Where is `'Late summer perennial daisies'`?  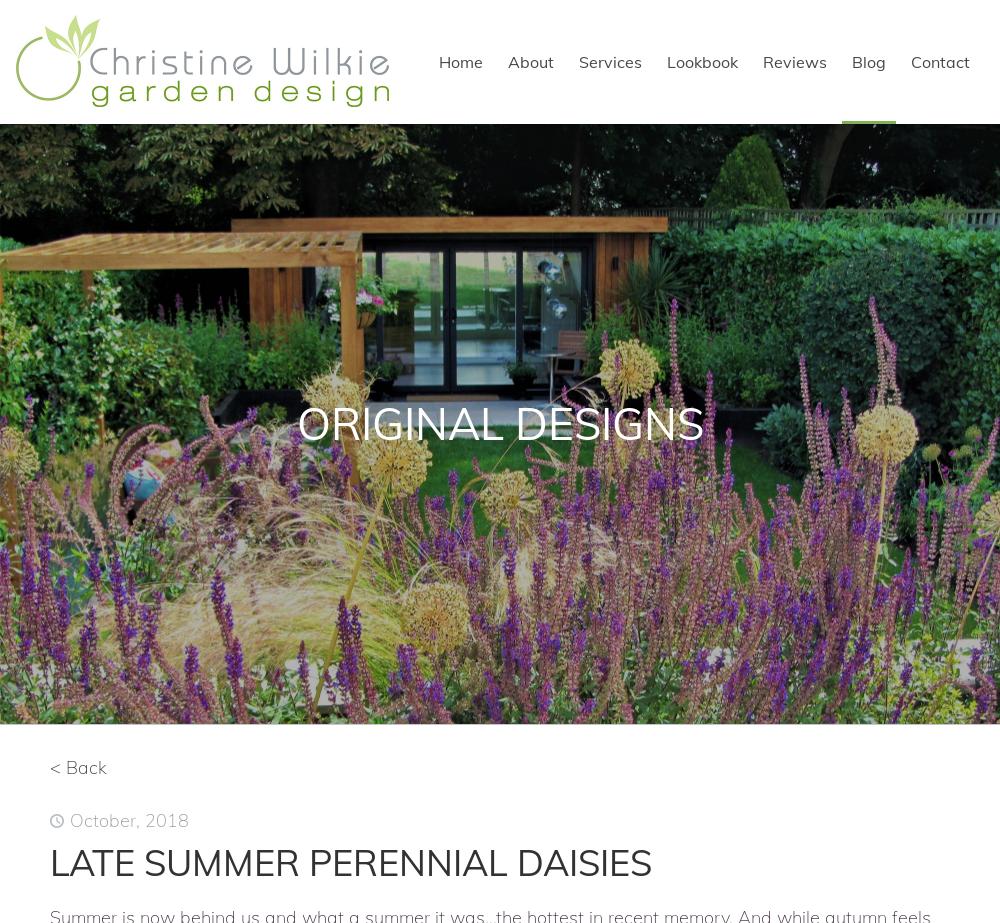
'Late summer perennial daisies' is located at coordinates (350, 861).